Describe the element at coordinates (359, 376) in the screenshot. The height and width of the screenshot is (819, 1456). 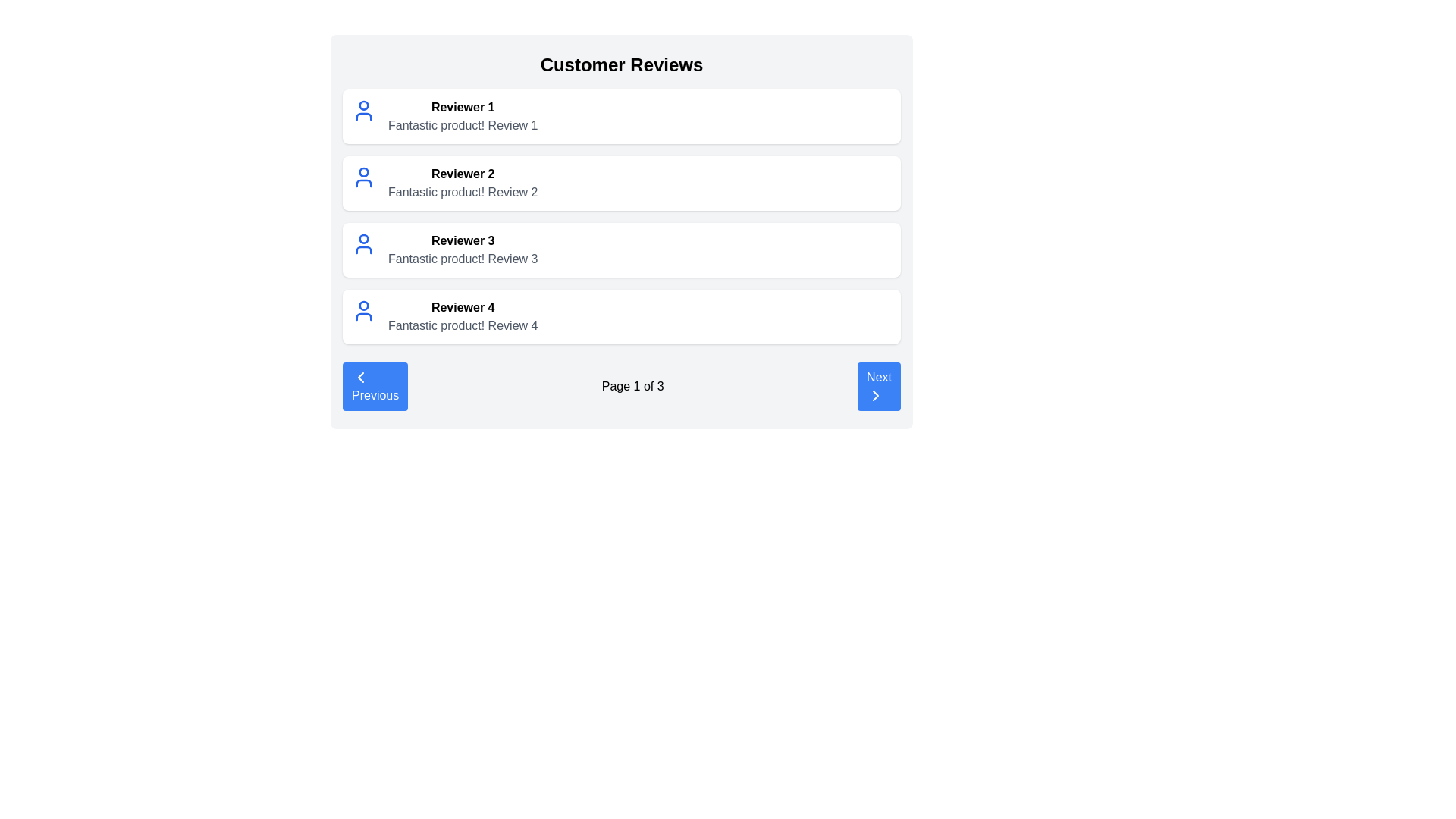
I see `the icon representing the 'Previous' action located at the bottom-left corner of the interface` at that location.